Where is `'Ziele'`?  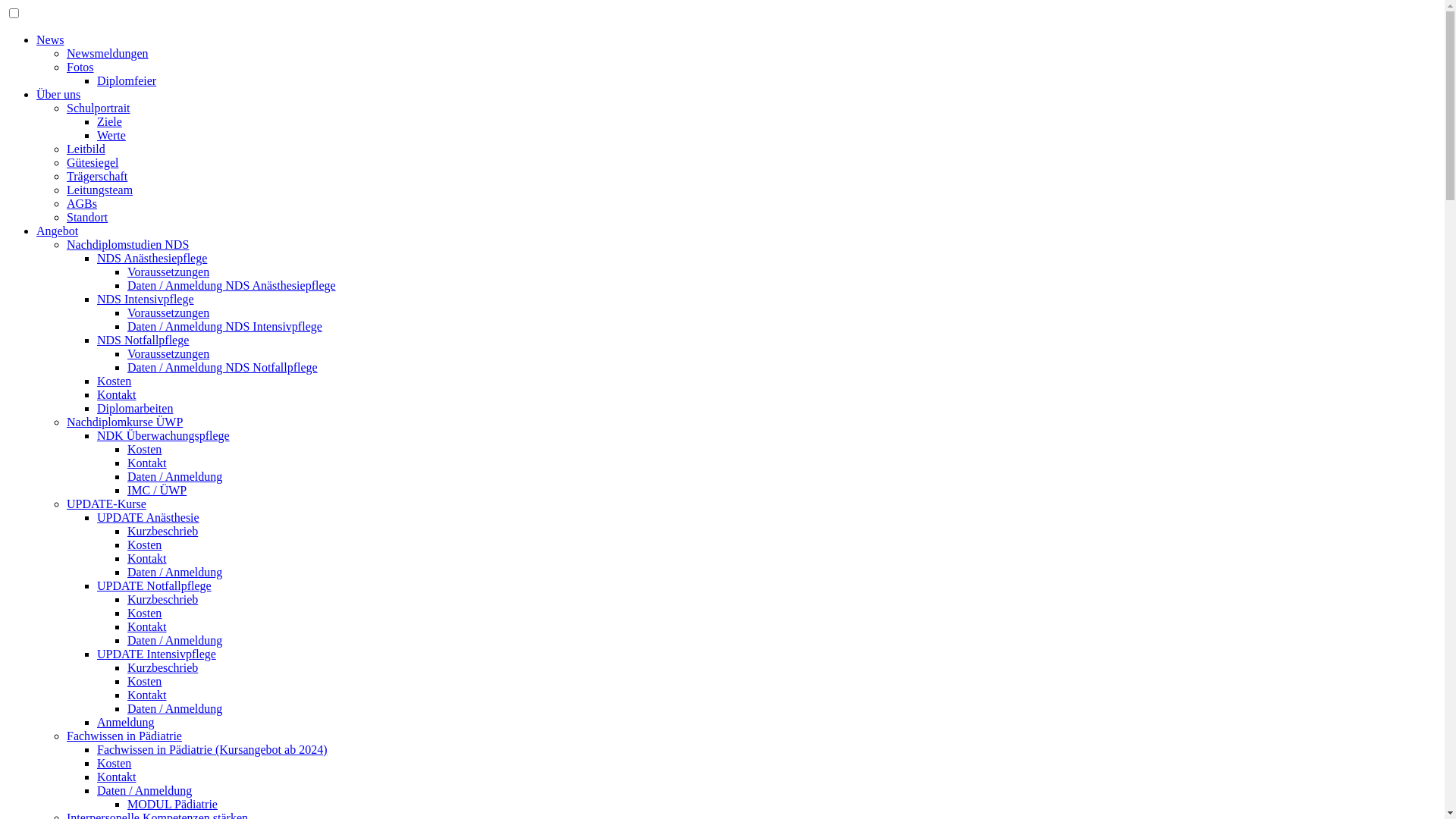
'Ziele' is located at coordinates (96, 121).